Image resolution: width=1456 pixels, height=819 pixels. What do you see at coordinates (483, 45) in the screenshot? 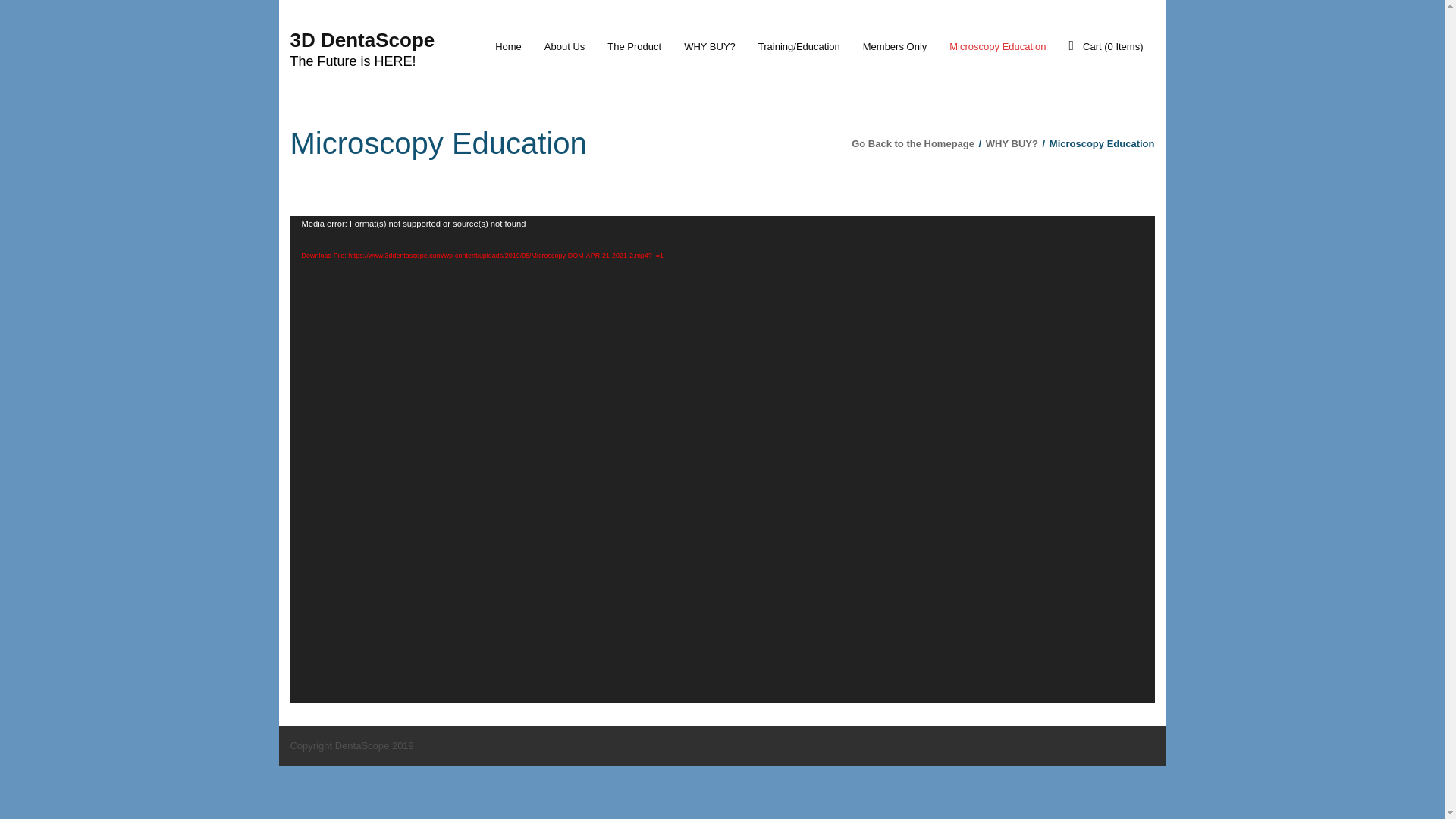
I see `'Home'` at bounding box center [483, 45].